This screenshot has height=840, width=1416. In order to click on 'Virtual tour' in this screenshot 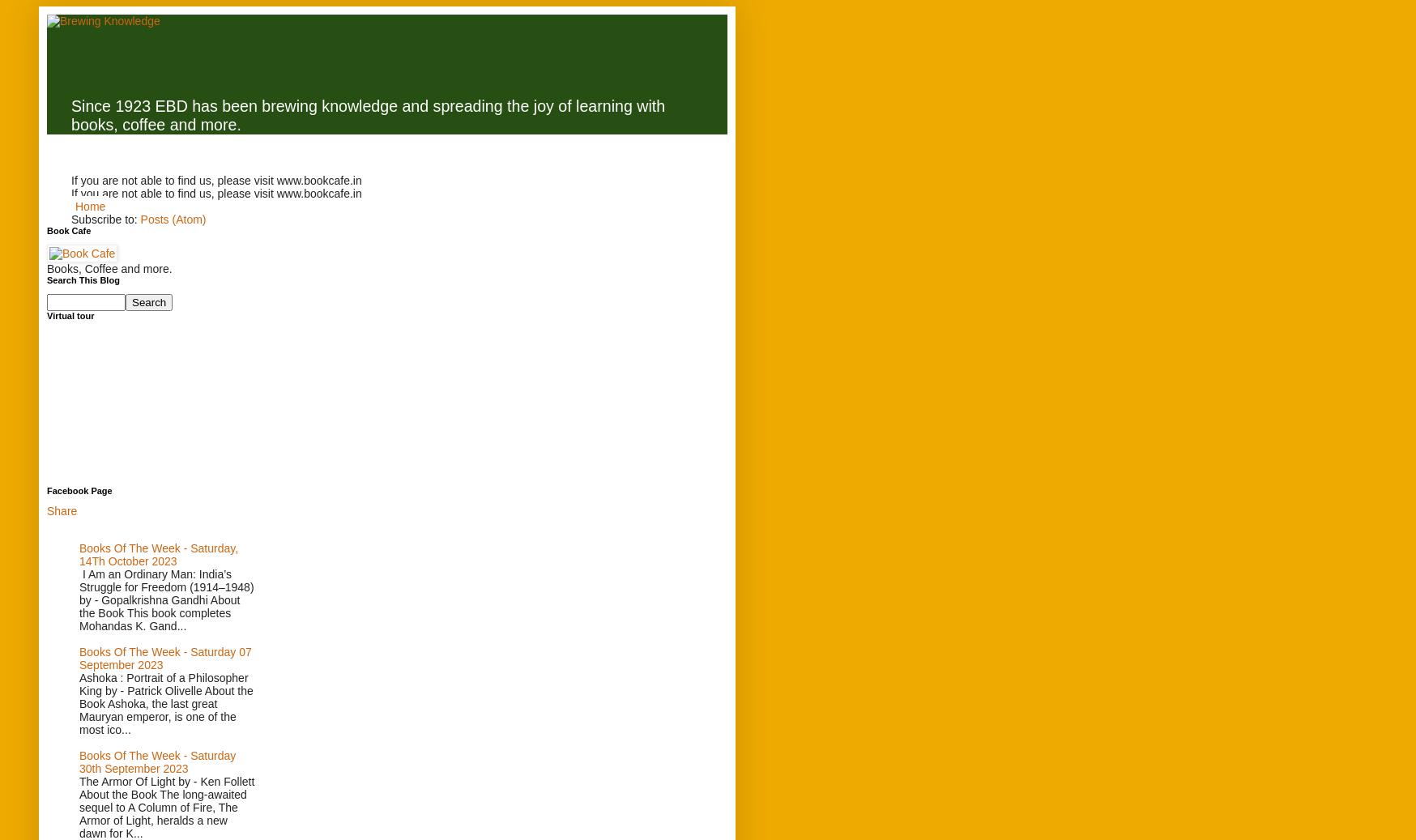, I will do `click(70, 315)`.